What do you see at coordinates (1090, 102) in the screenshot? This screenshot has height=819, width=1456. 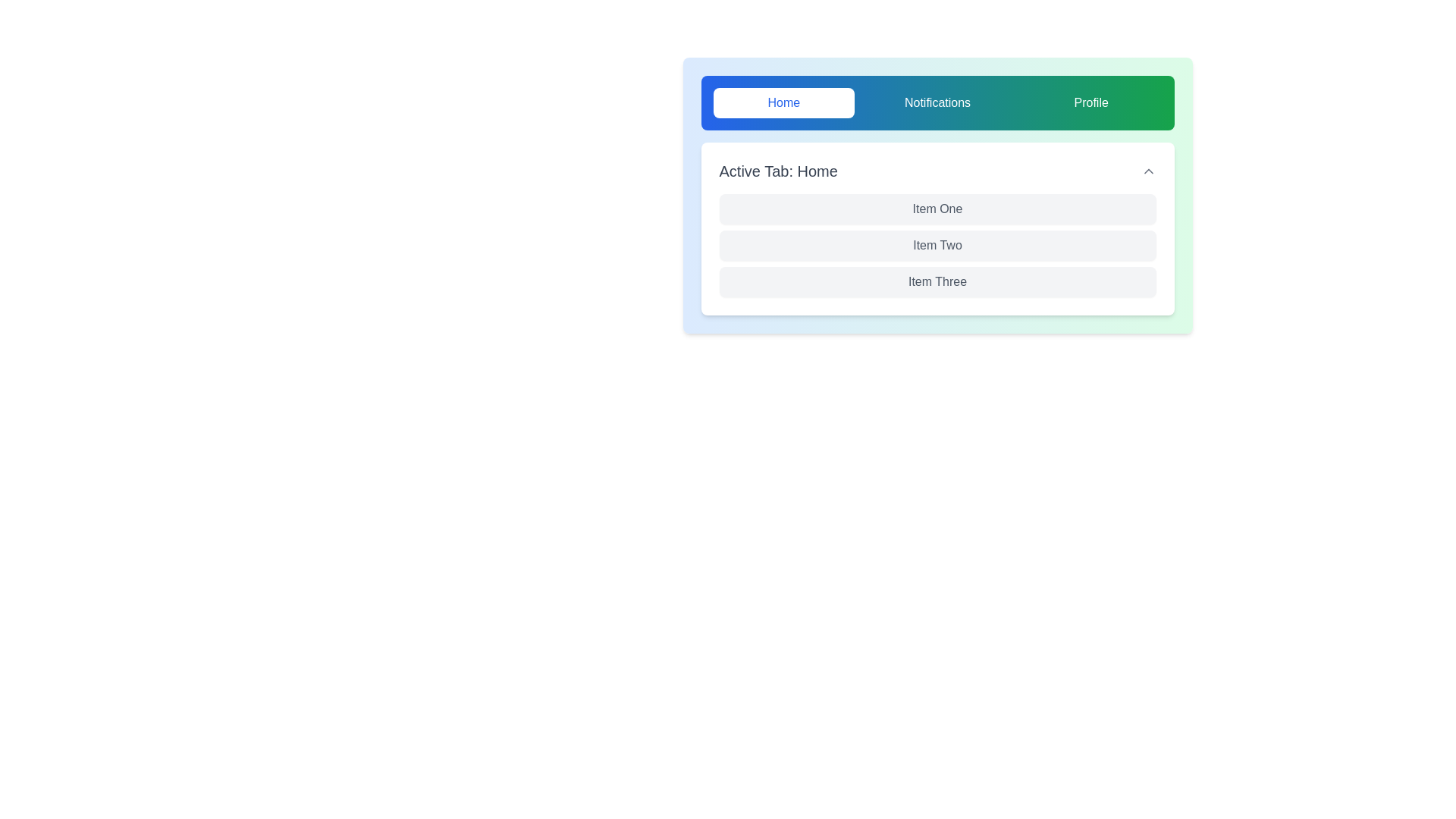 I see `the 'Profile' button located in the header section` at bounding box center [1090, 102].